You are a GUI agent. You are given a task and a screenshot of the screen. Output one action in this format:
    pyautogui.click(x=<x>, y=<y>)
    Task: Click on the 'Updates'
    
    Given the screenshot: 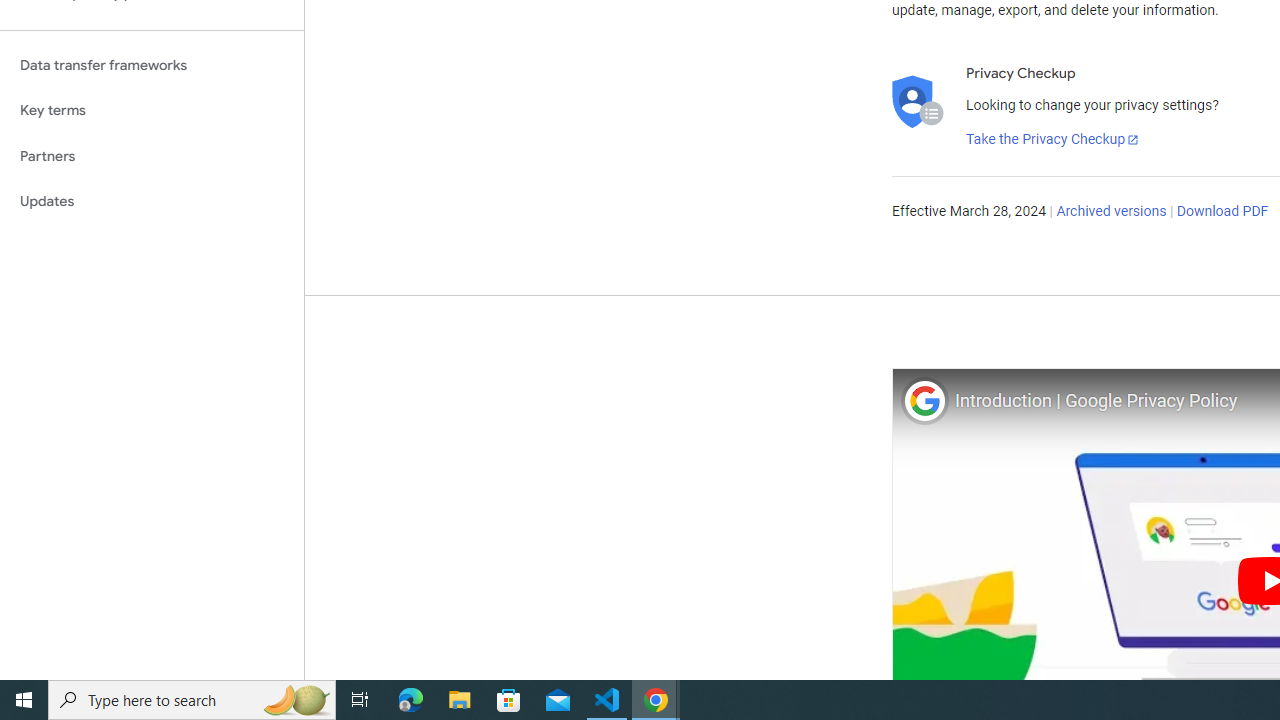 What is the action you would take?
    pyautogui.click(x=151, y=201)
    